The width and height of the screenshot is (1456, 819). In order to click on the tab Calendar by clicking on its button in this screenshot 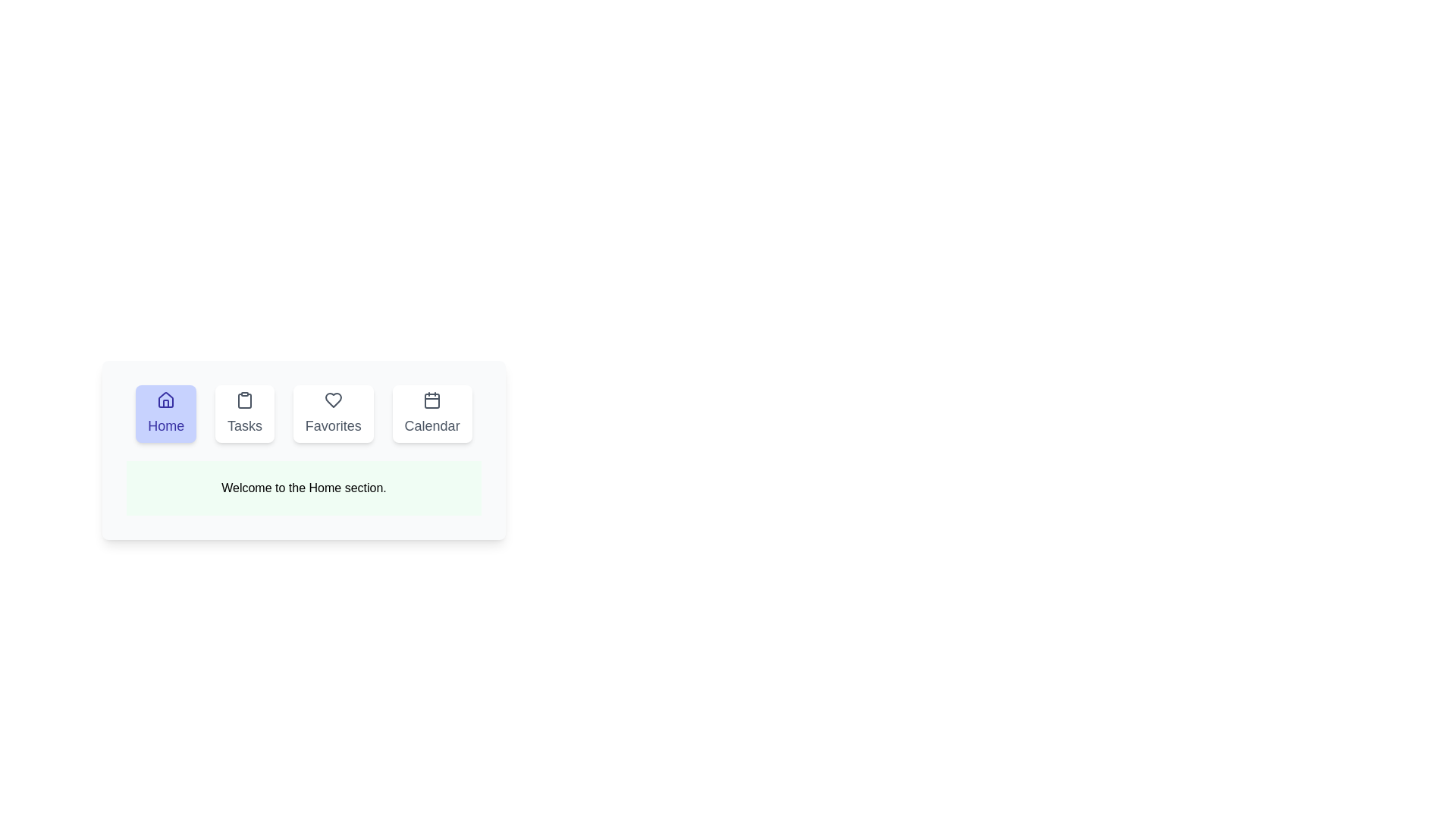, I will do `click(431, 414)`.